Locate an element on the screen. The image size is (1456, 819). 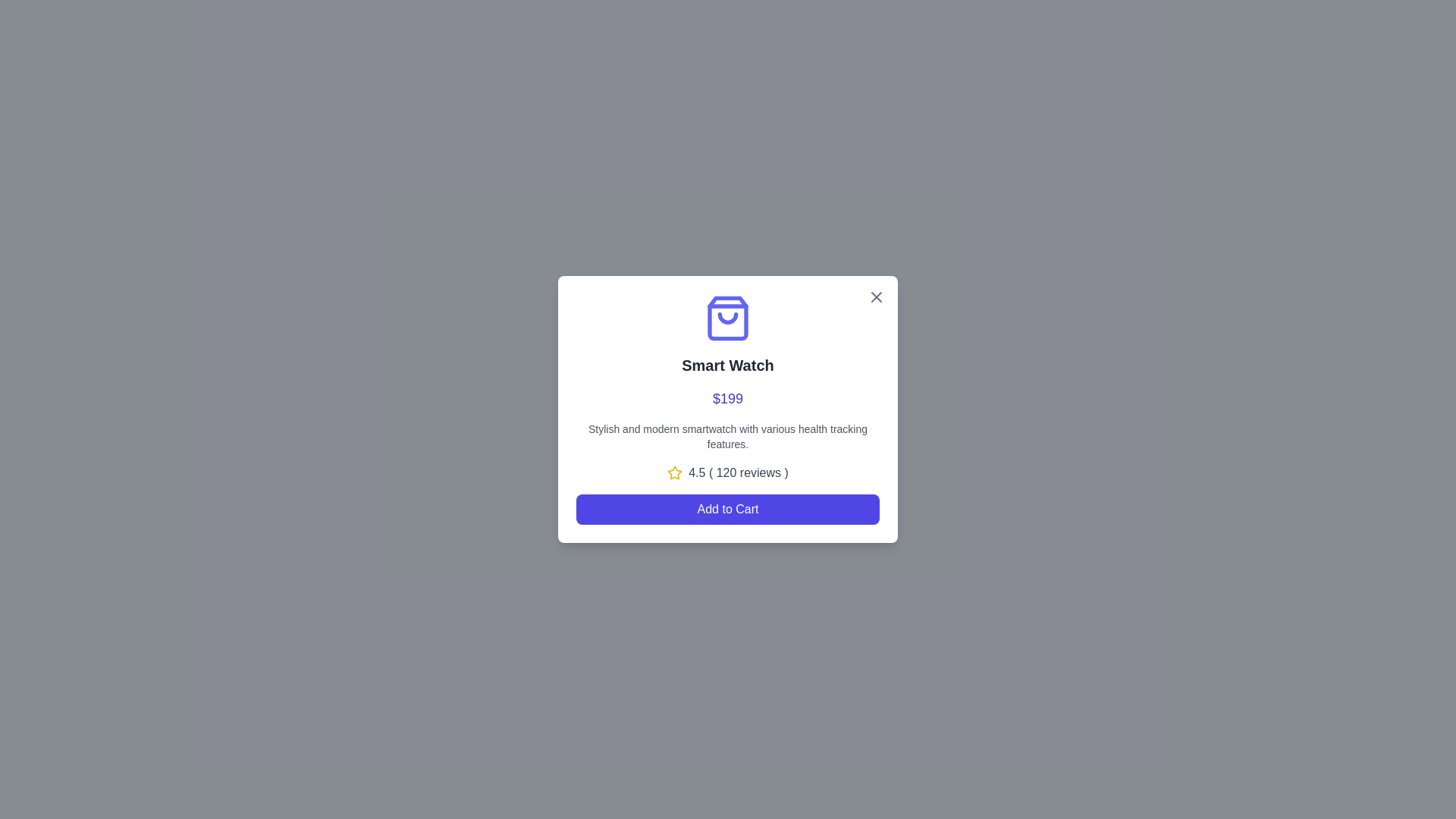
text label displaying 'Smart Watch', which is a bold and large dark gray text centered below the shopping bag icon is located at coordinates (728, 366).